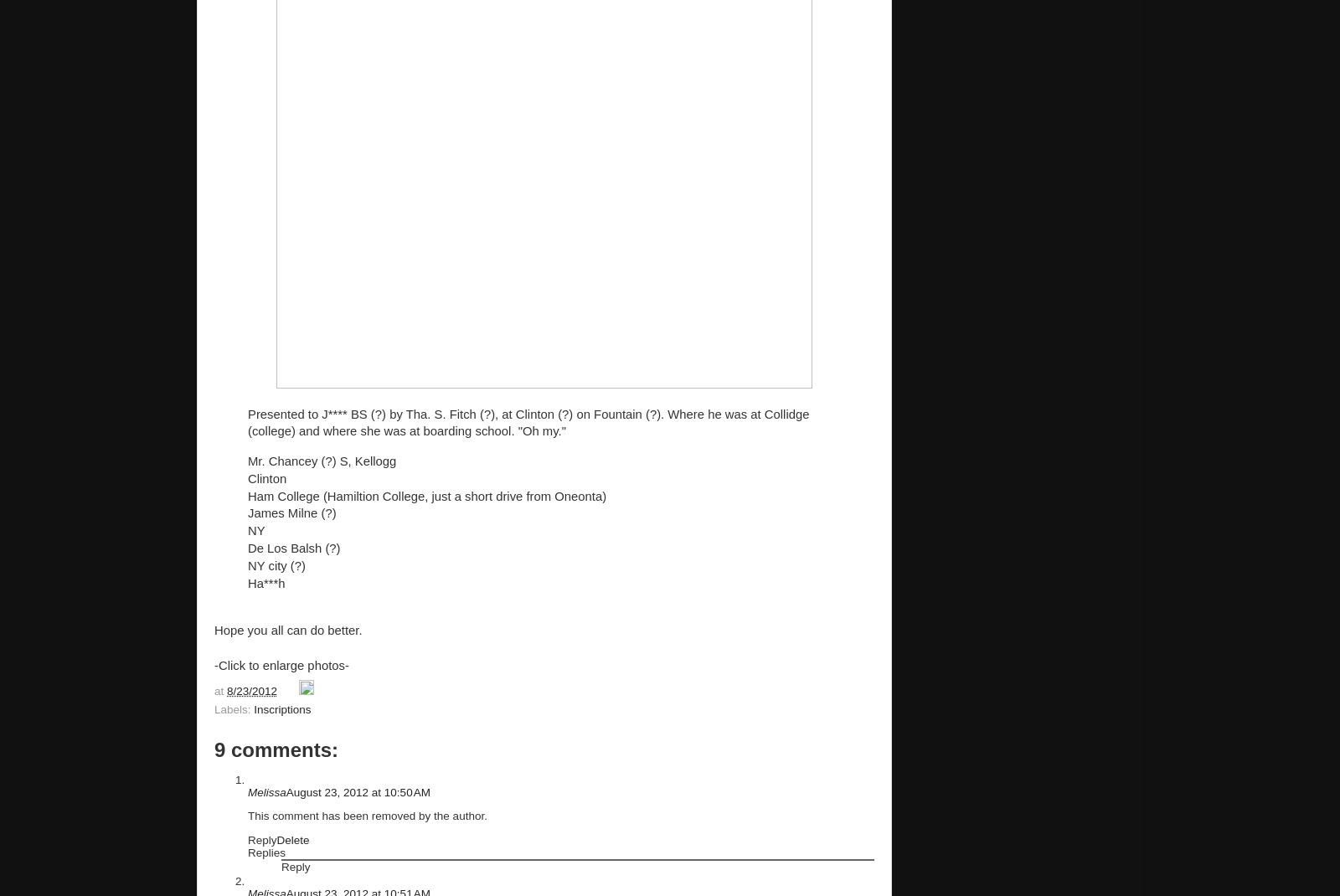 This screenshot has height=896, width=1340. Describe the element at coordinates (265, 583) in the screenshot. I see `'Ha***h'` at that location.